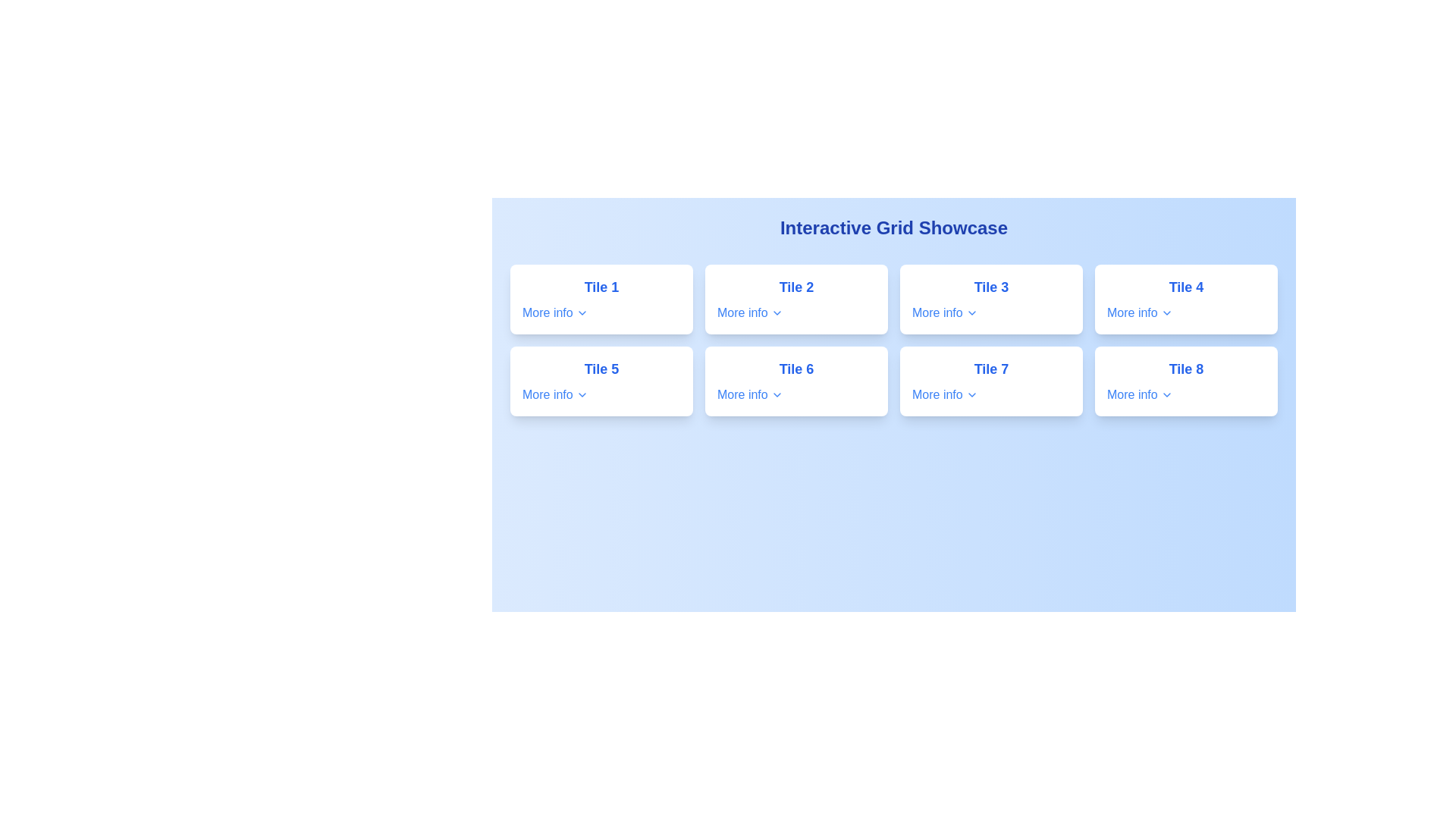  What do you see at coordinates (581, 312) in the screenshot?
I see `the downward-facing chevron icon, which is styled as an SVG and located to the right of the 'More info' text label in 'Tile 1'` at bounding box center [581, 312].